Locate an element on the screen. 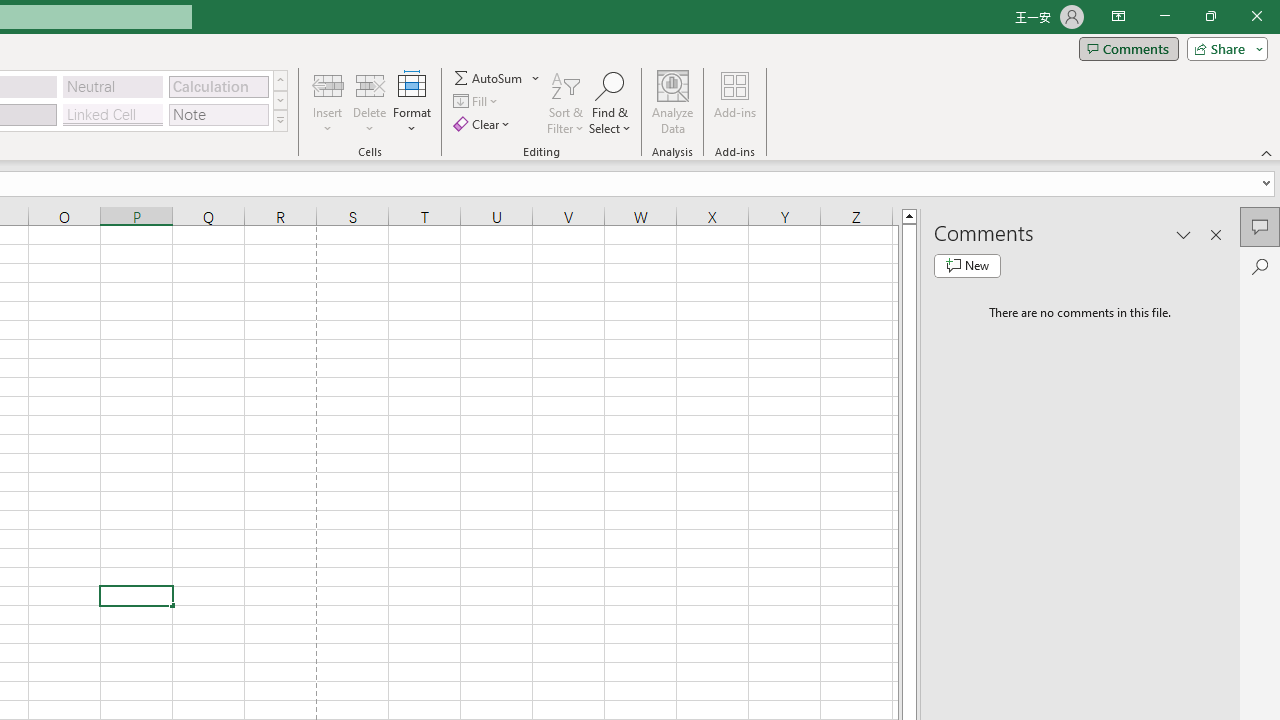  'Linked Cell' is located at coordinates (112, 114).